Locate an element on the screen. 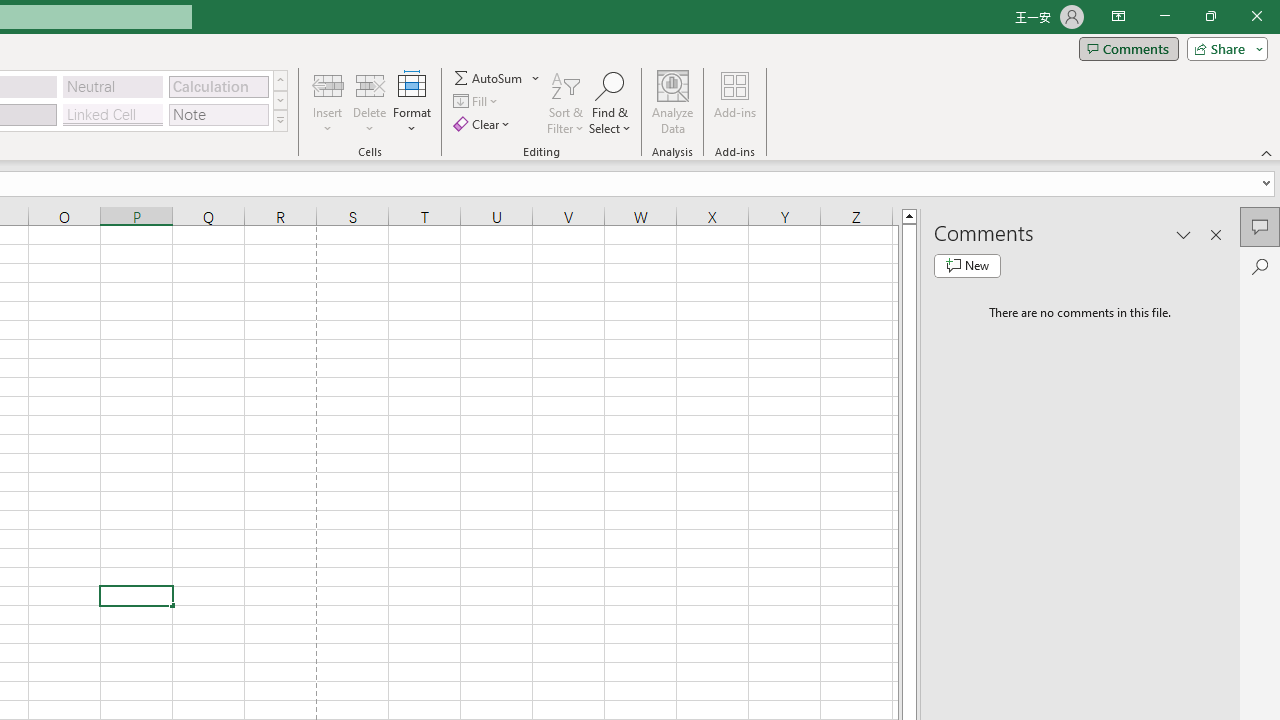  'Linked Cell' is located at coordinates (112, 114).